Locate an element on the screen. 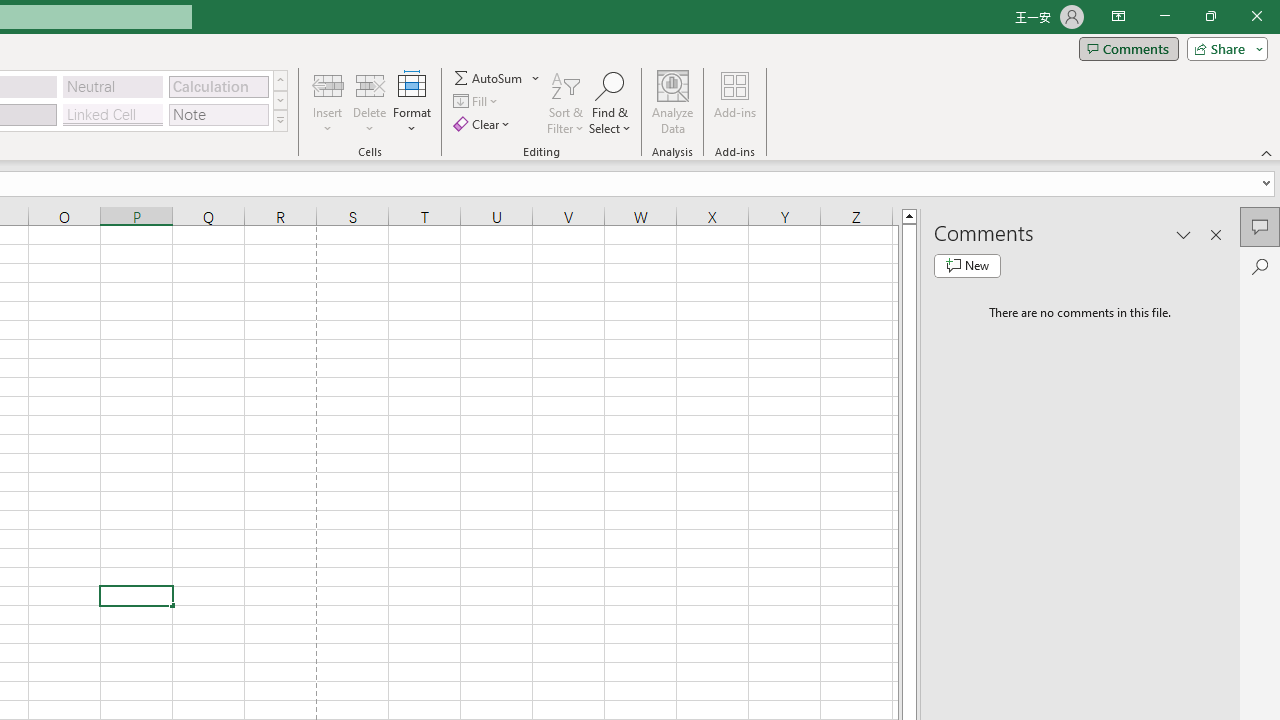  'Linked Cell' is located at coordinates (112, 114).